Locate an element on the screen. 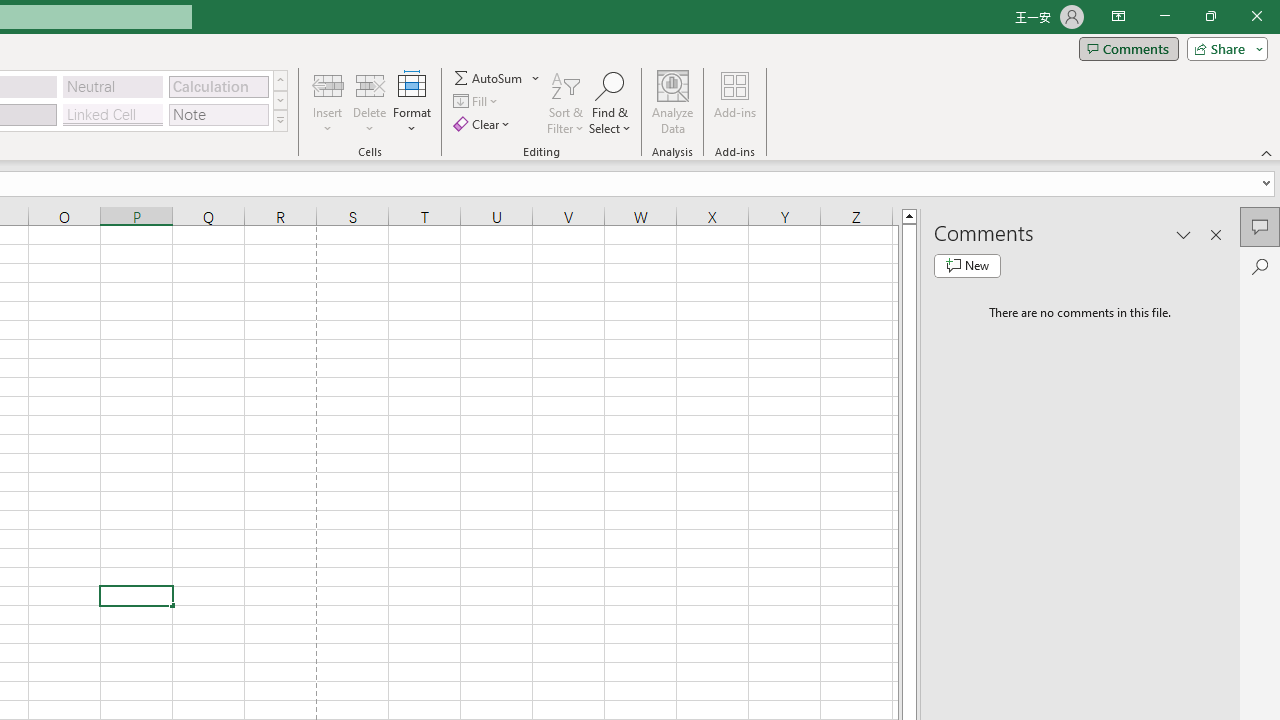  'Linked Cell' is located at coordinates (112, 114).